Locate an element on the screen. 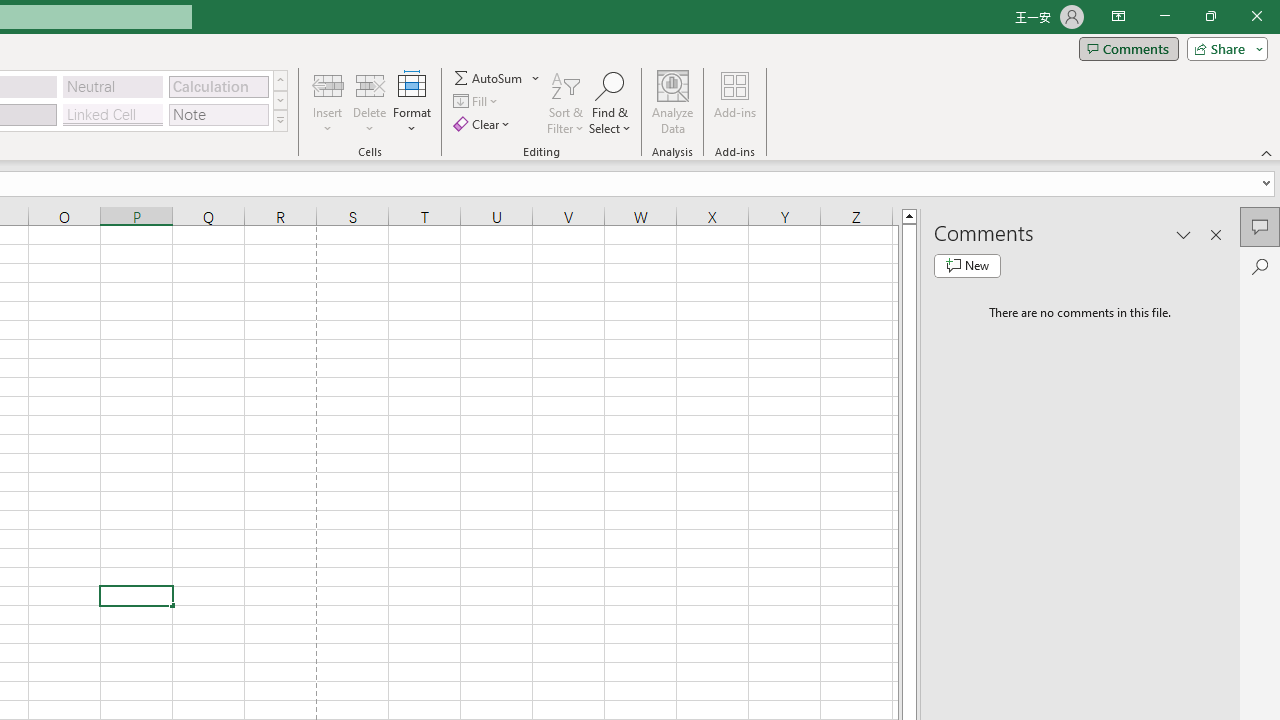  'Linked Cell' is located at coordinates (112, 114).